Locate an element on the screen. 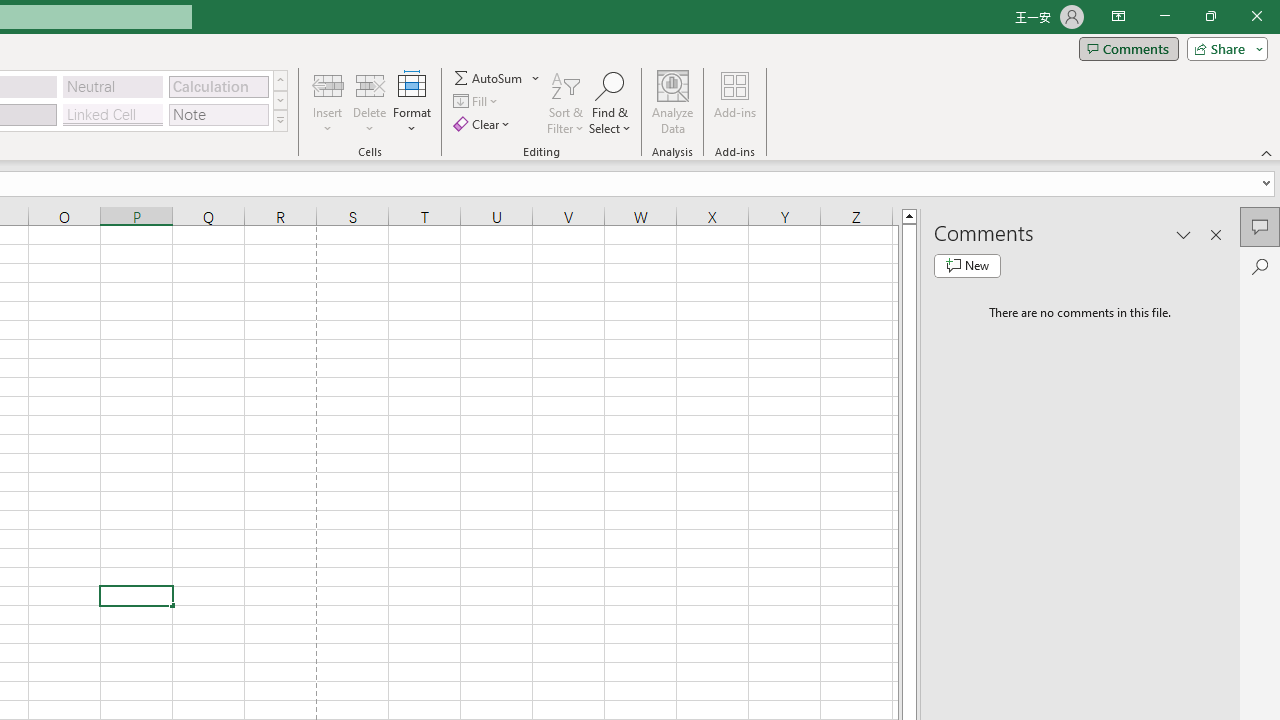  'Linked Cell' is located at coordinates (112, 114).